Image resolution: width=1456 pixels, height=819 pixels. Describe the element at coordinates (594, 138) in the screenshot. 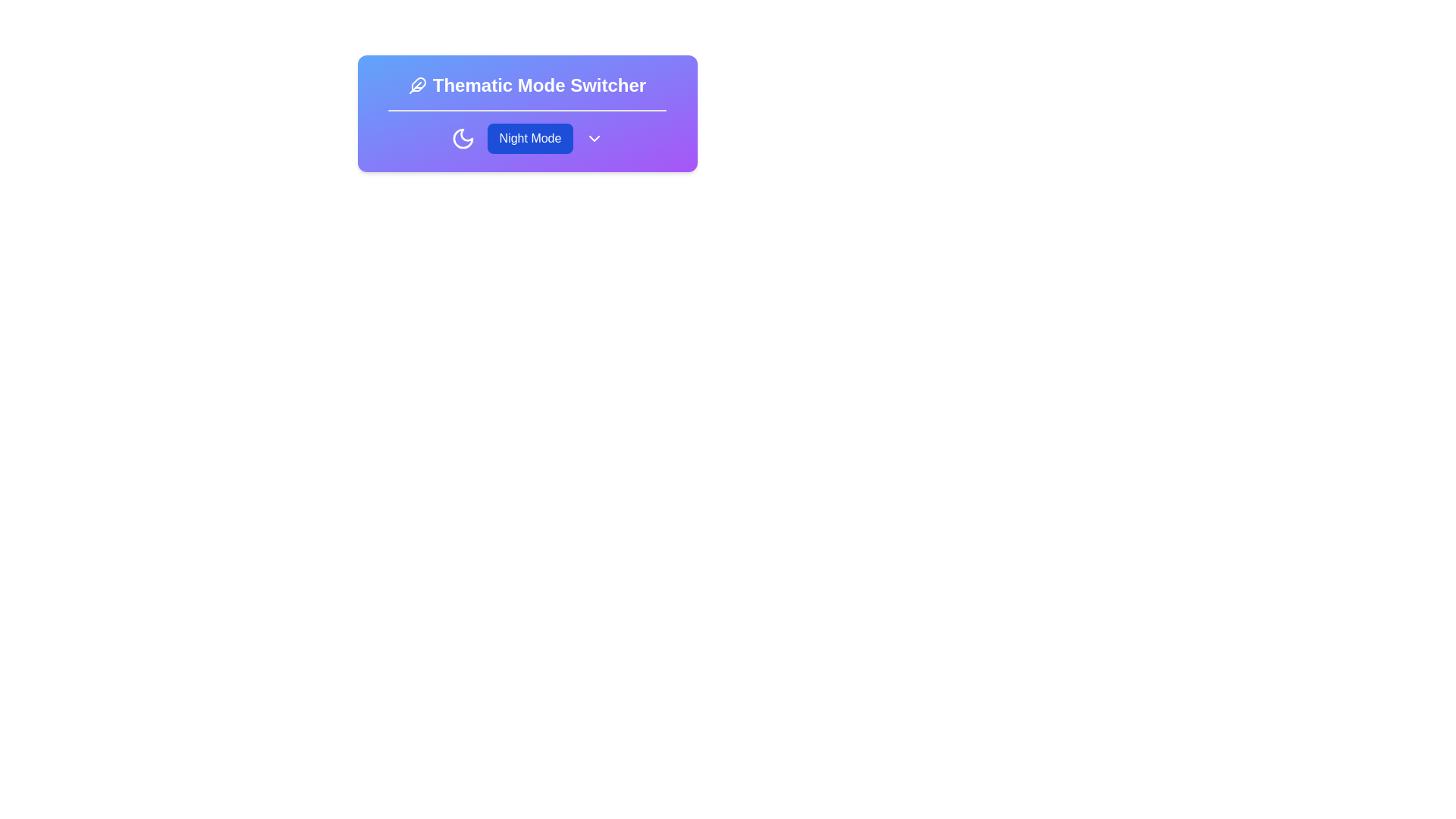

I see `the dropdown menu indicator icon located to the right of the 'Night Mode' button in the top-right section of the interface` at that location.